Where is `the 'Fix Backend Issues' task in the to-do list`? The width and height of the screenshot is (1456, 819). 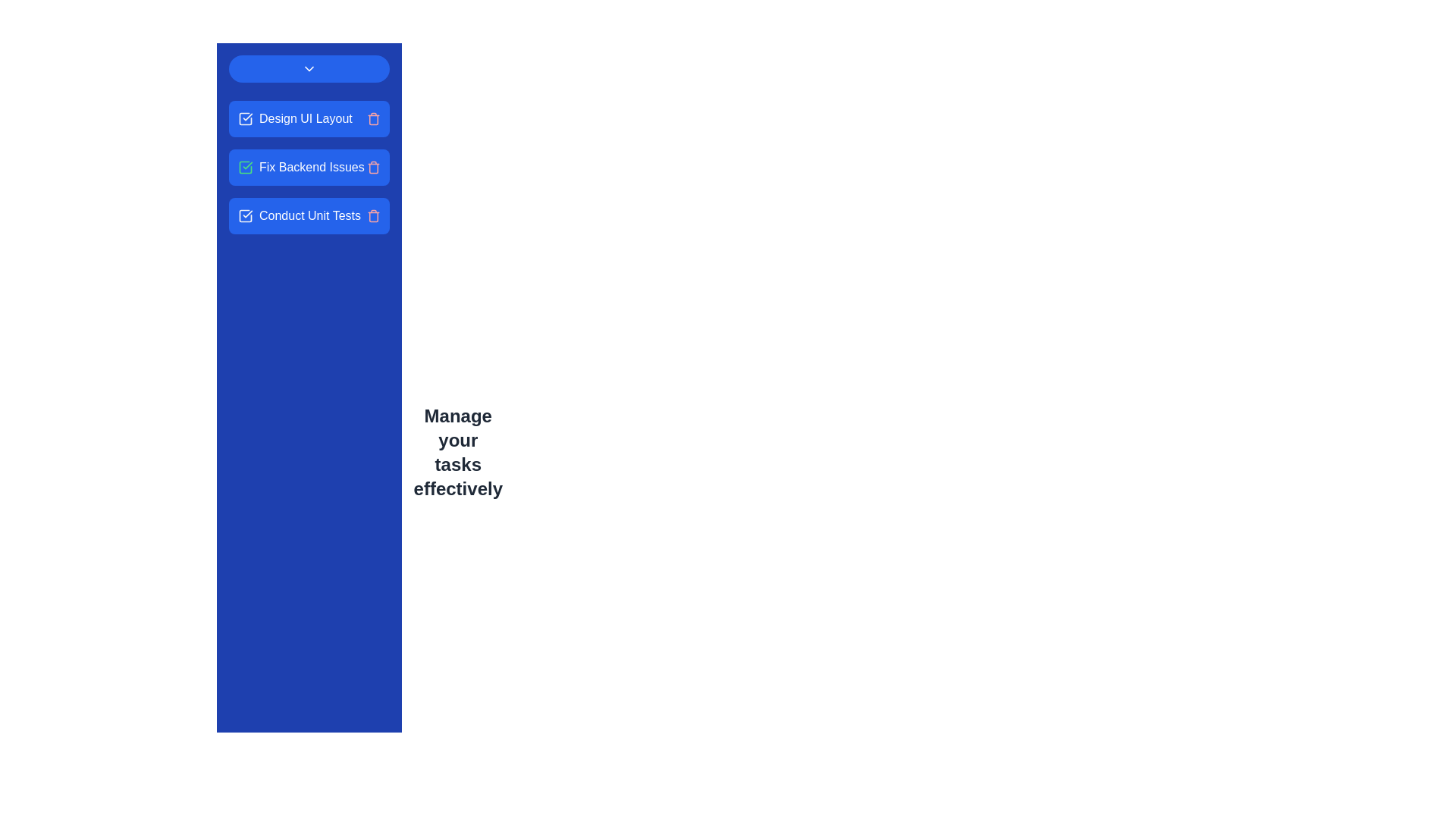
the 'Fix Backend Issues' task in the to-do list is located at coordinates (301, 167).